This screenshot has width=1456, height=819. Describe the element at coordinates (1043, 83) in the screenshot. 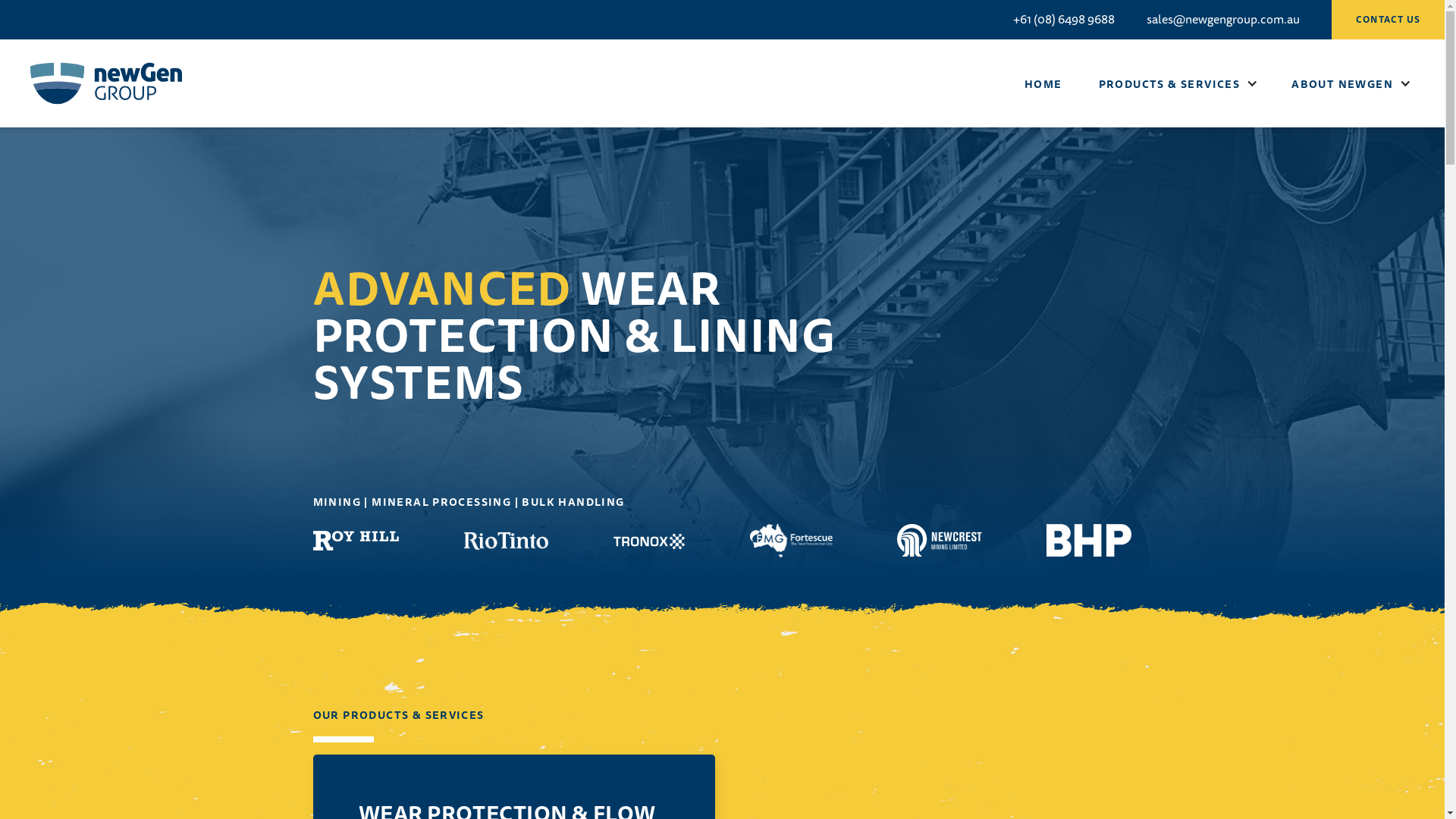

I see `'HOME'` at that location.